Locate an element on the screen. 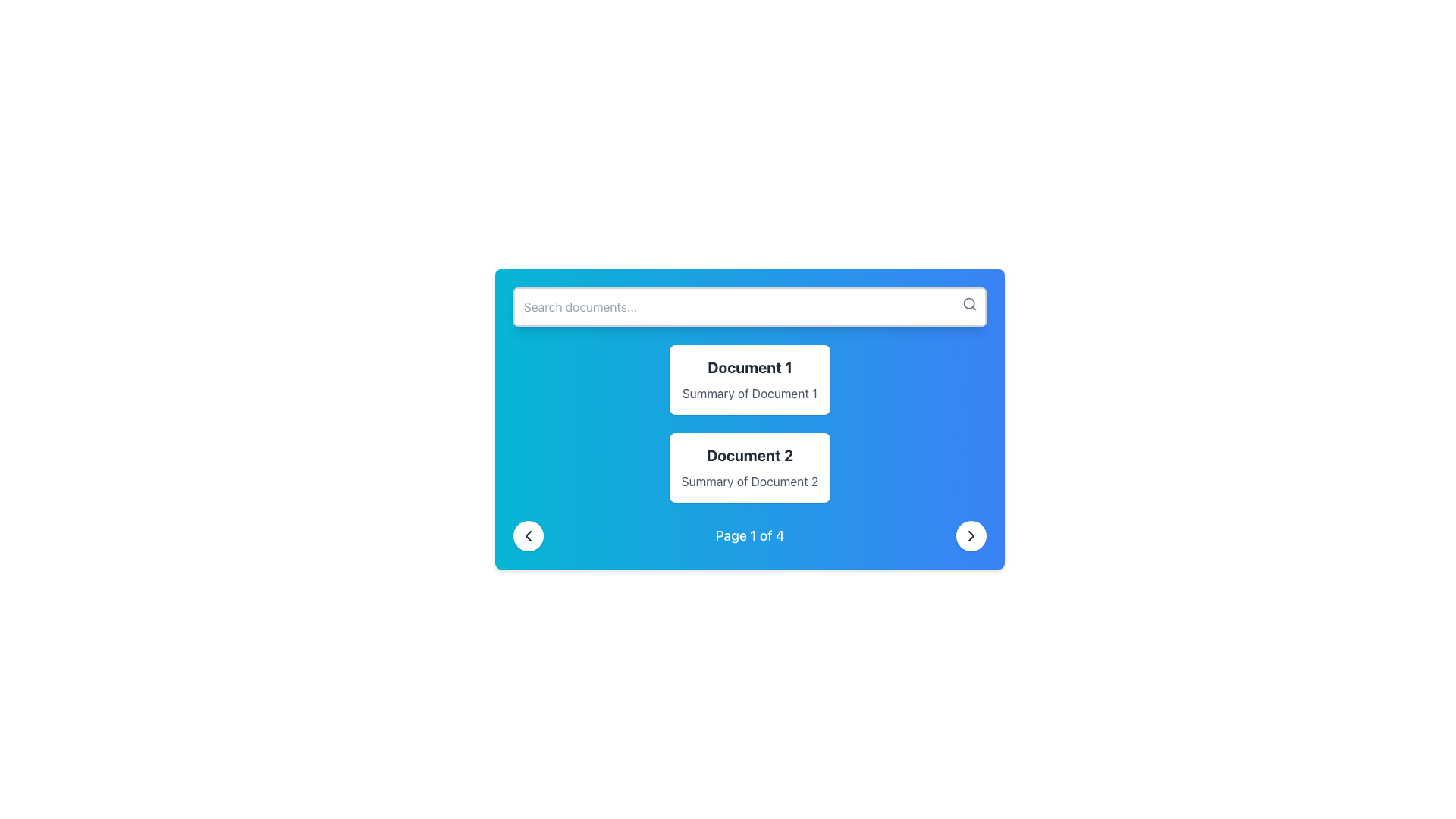 Image resolution: width=1456 pixels, height=819 pixels. the circular button with a white background and a rightward-pointing chevron icon, located at the far right of the bottom navigation bar labeled 'Page 1 of 4' is located at coordinates (971, 535).